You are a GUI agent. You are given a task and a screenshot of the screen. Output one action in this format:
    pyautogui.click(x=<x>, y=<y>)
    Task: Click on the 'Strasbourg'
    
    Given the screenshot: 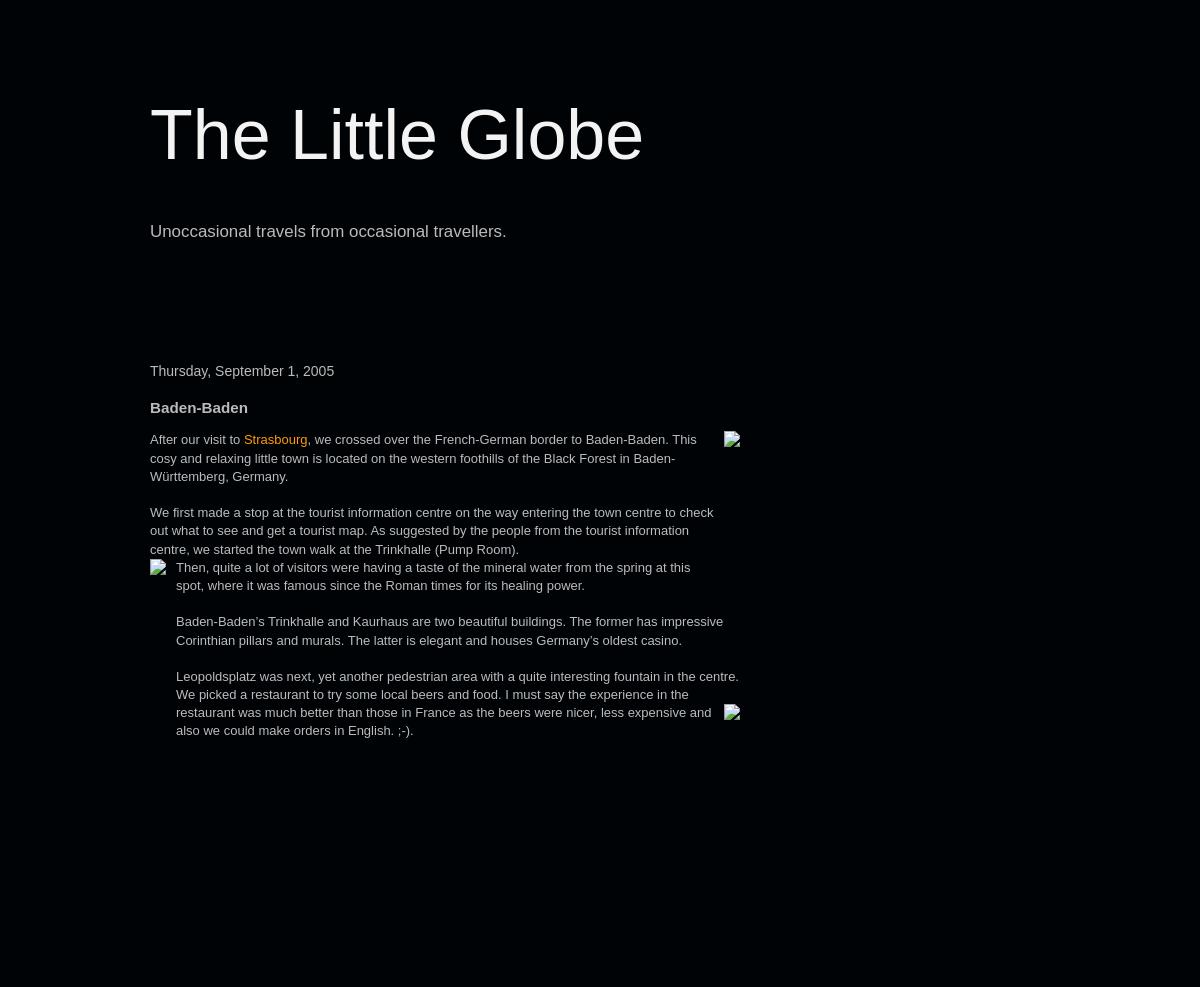 What is the action you would take?
    pyautogui.click(x=274, y=438)
    